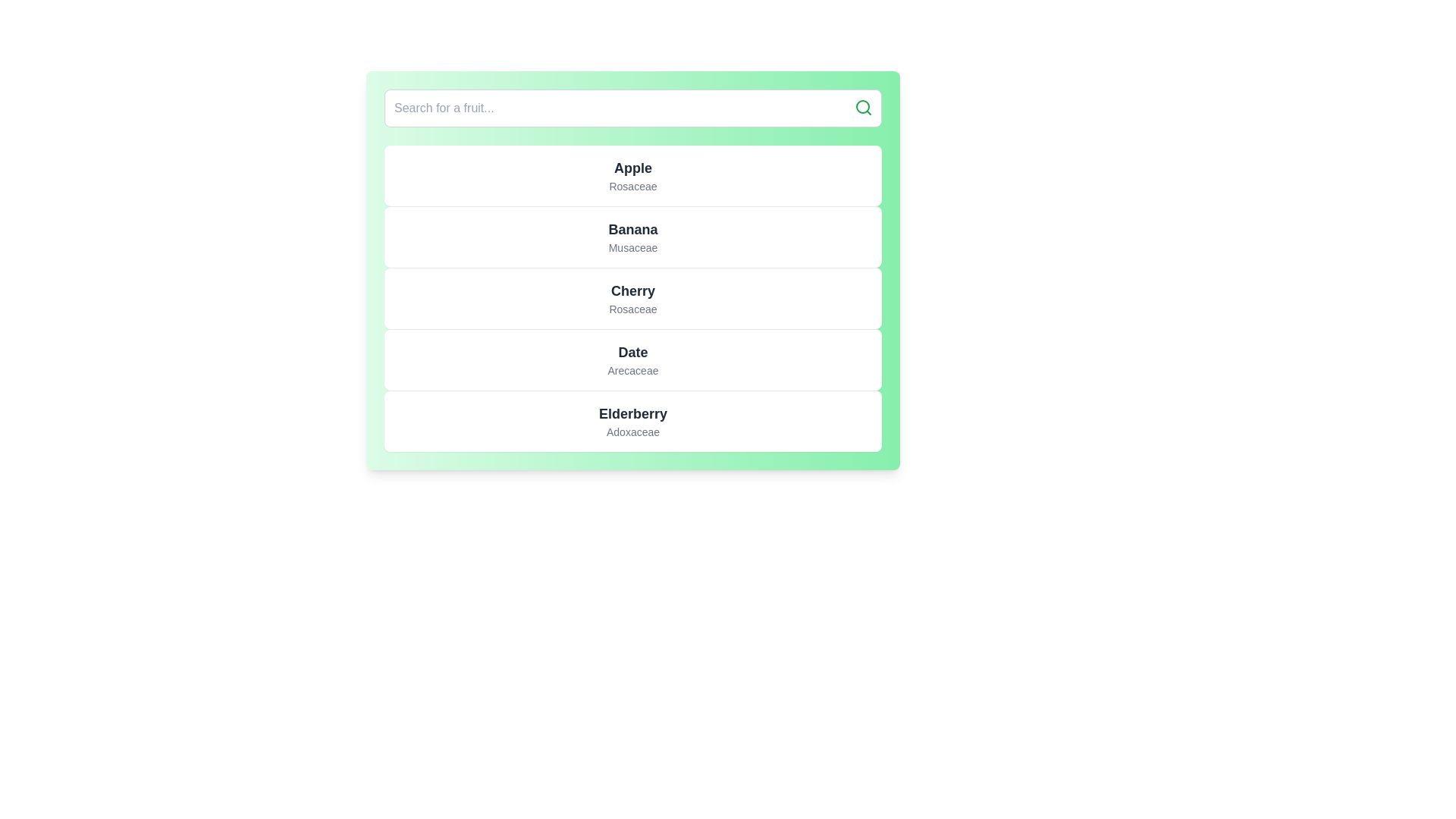 Image resolution: width=1456 pixels, height=819 pixels. What do you see at coordinates (633, 237) in the screenshot?
I see `the second list item styled with a white background, rounded corners, and shadow effect, which contains the text 'Banana' in bold and 'Musaceae' in smaller gray font` at bounding box center [633, 237].